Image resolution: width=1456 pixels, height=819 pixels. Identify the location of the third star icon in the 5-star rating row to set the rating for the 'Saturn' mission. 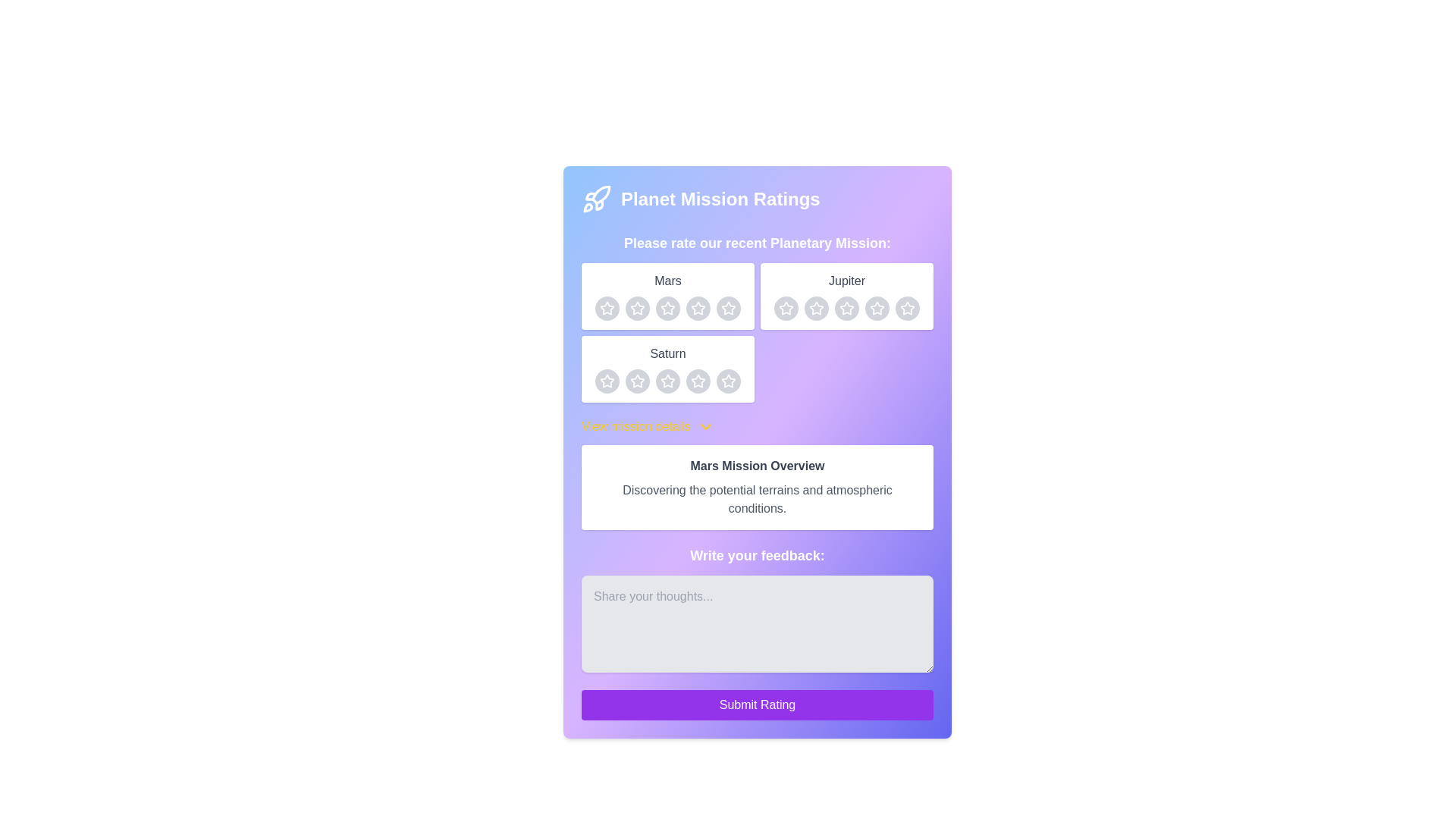
(728, 380).